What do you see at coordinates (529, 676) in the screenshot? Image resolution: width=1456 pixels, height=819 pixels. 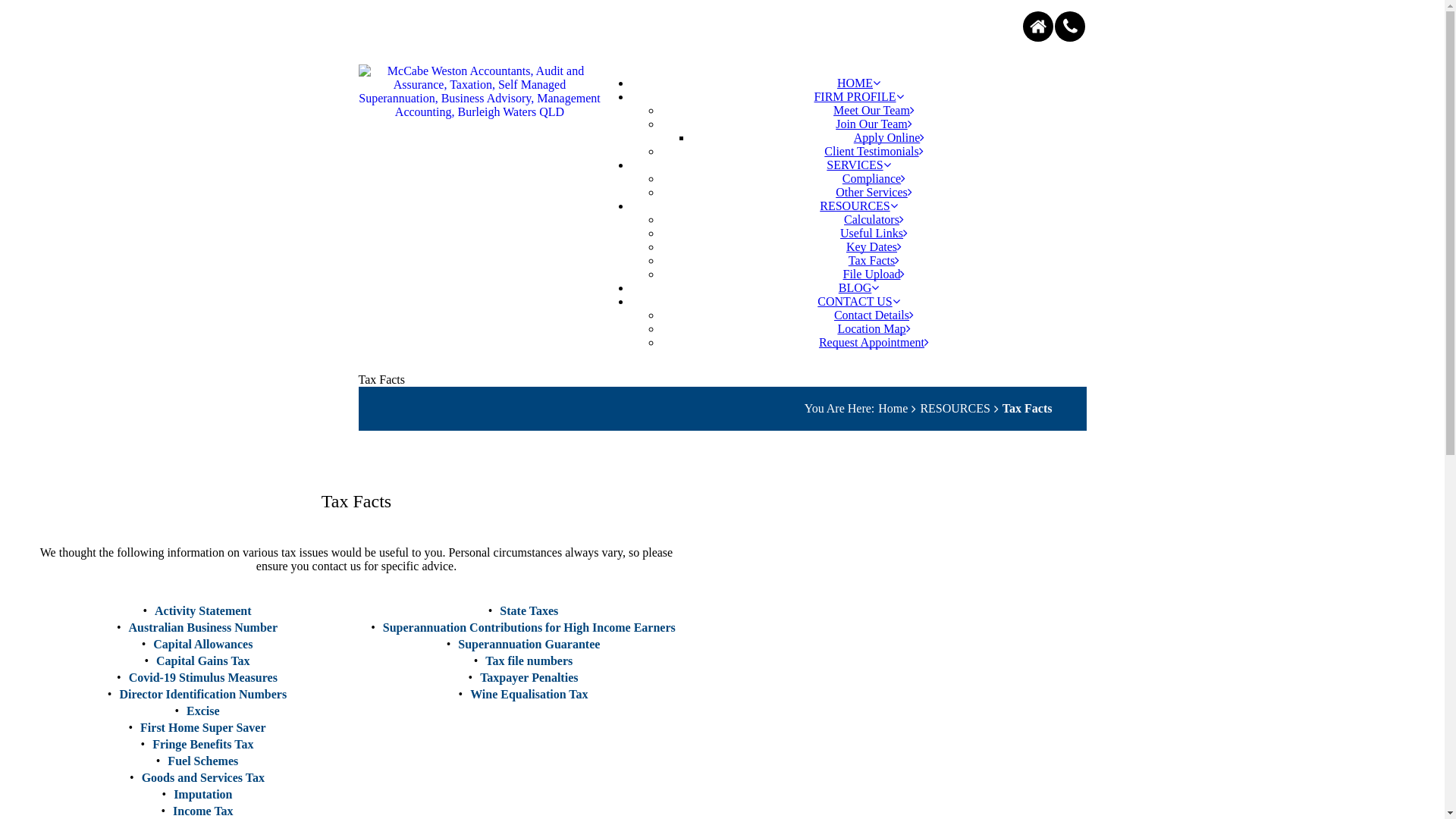 I see `'Taxpayer Penalties'` at bounding box center [529, 676].